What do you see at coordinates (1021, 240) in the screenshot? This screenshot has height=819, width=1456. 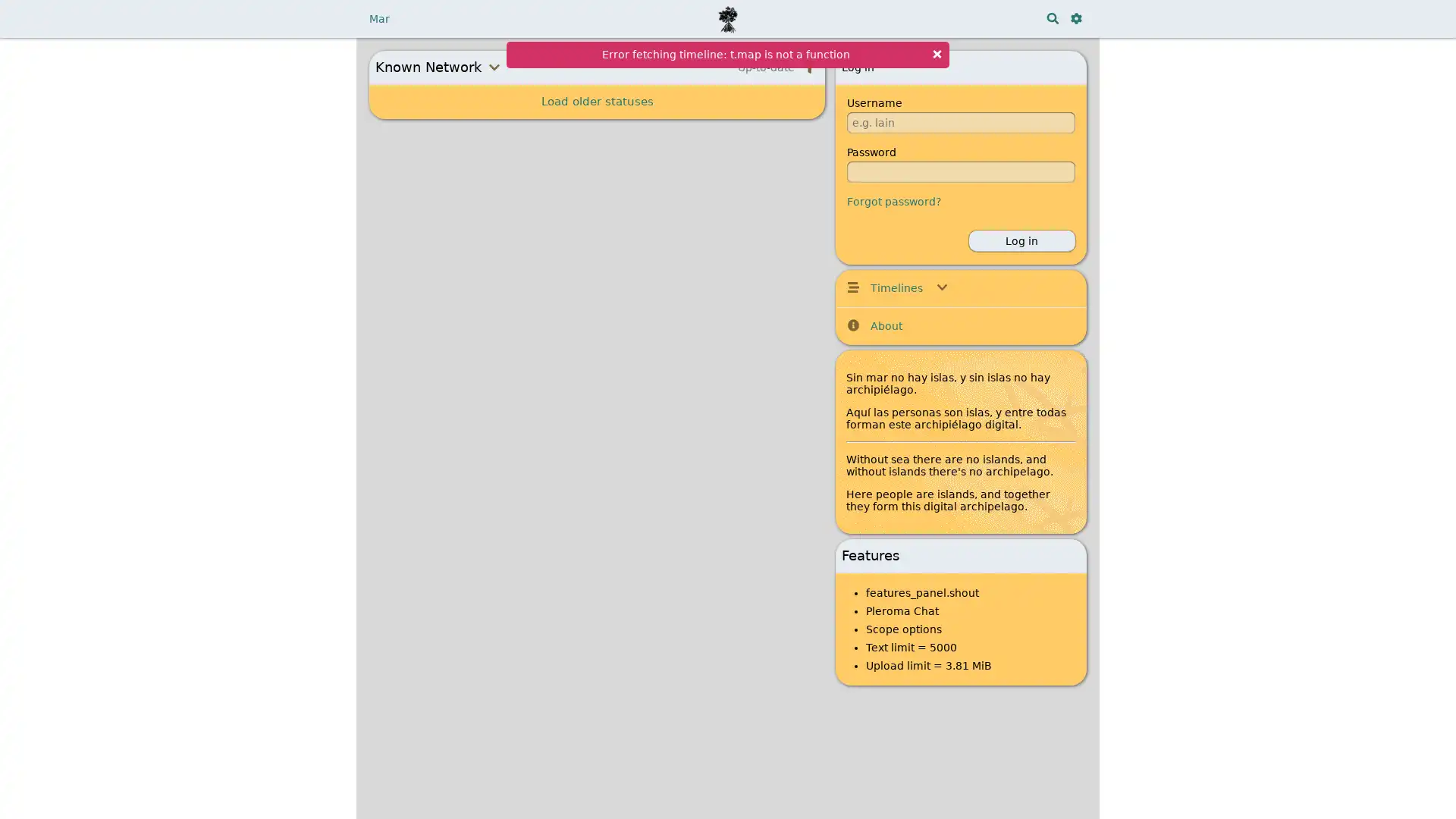 I see `Log in` at bounding box center [1021, 240].